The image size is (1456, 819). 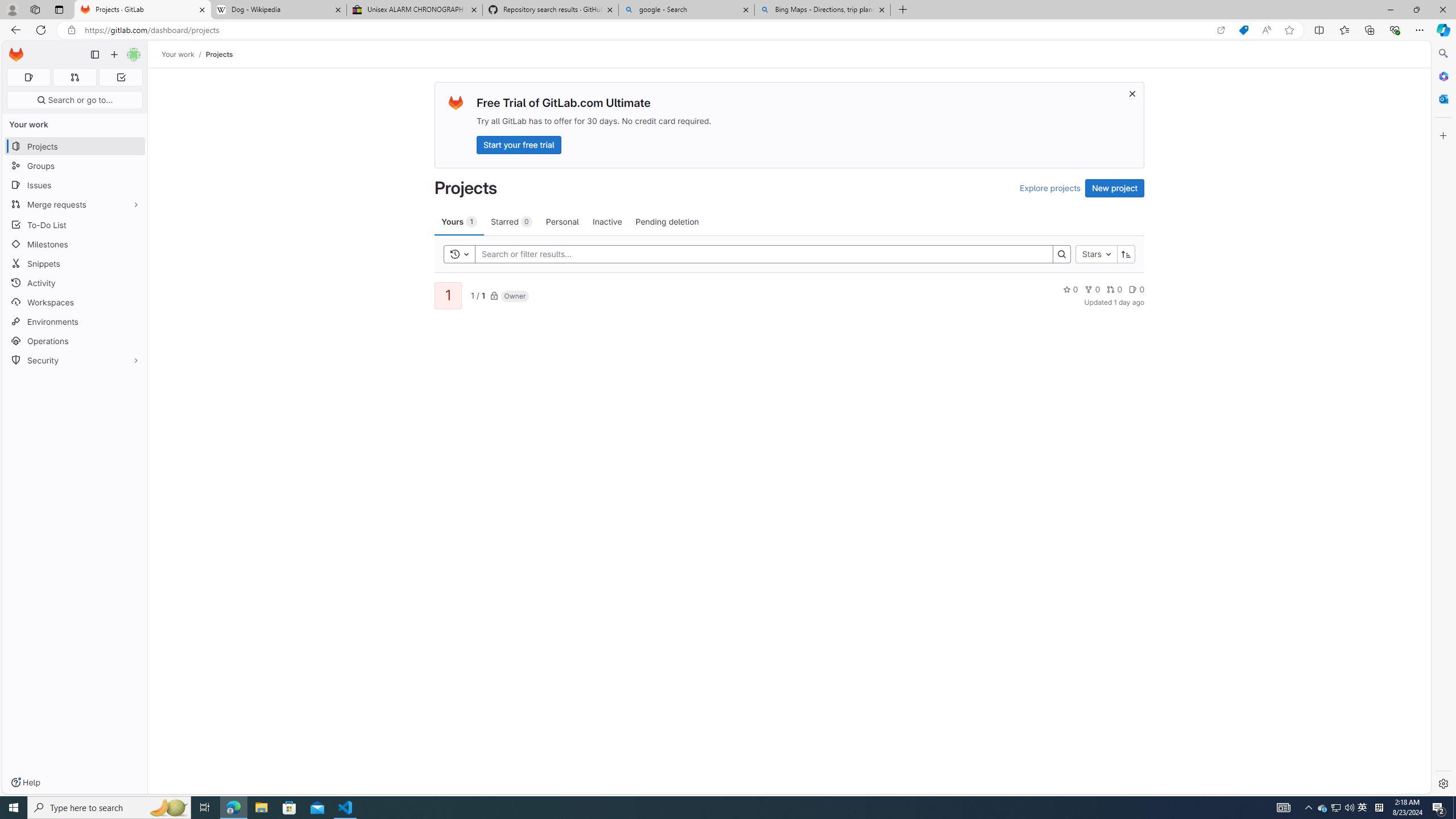 What do you see at coordinates (74, 166) in the screenshot?
I see `'Groups'` at bounding box center [74, 166].